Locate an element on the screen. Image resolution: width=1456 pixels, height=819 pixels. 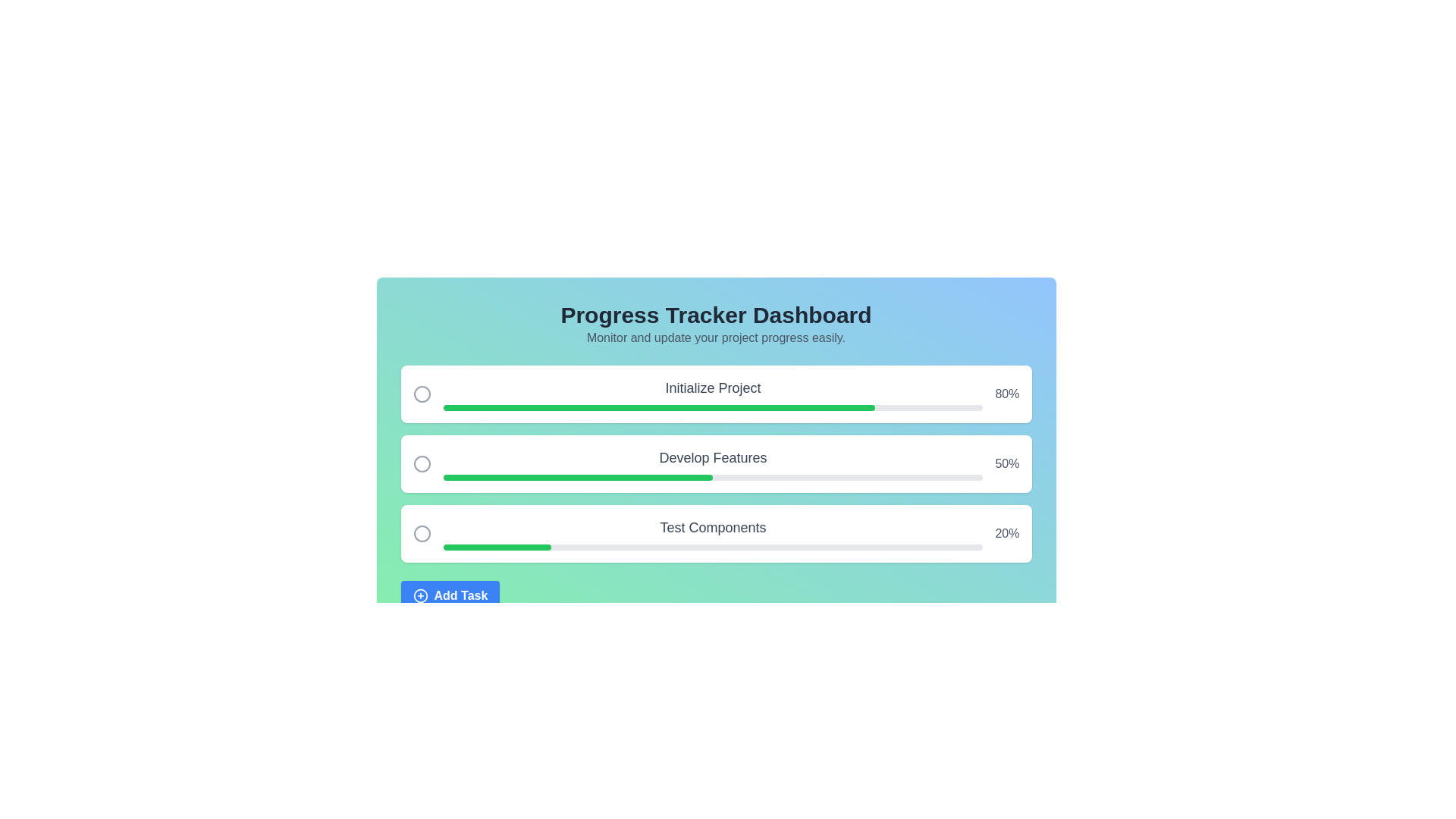
progress percentage text displayed in the top-right corner of the row labeled 'Develop Features', located to the right of the progress bar and text label is located at coordinates (1007, 463).